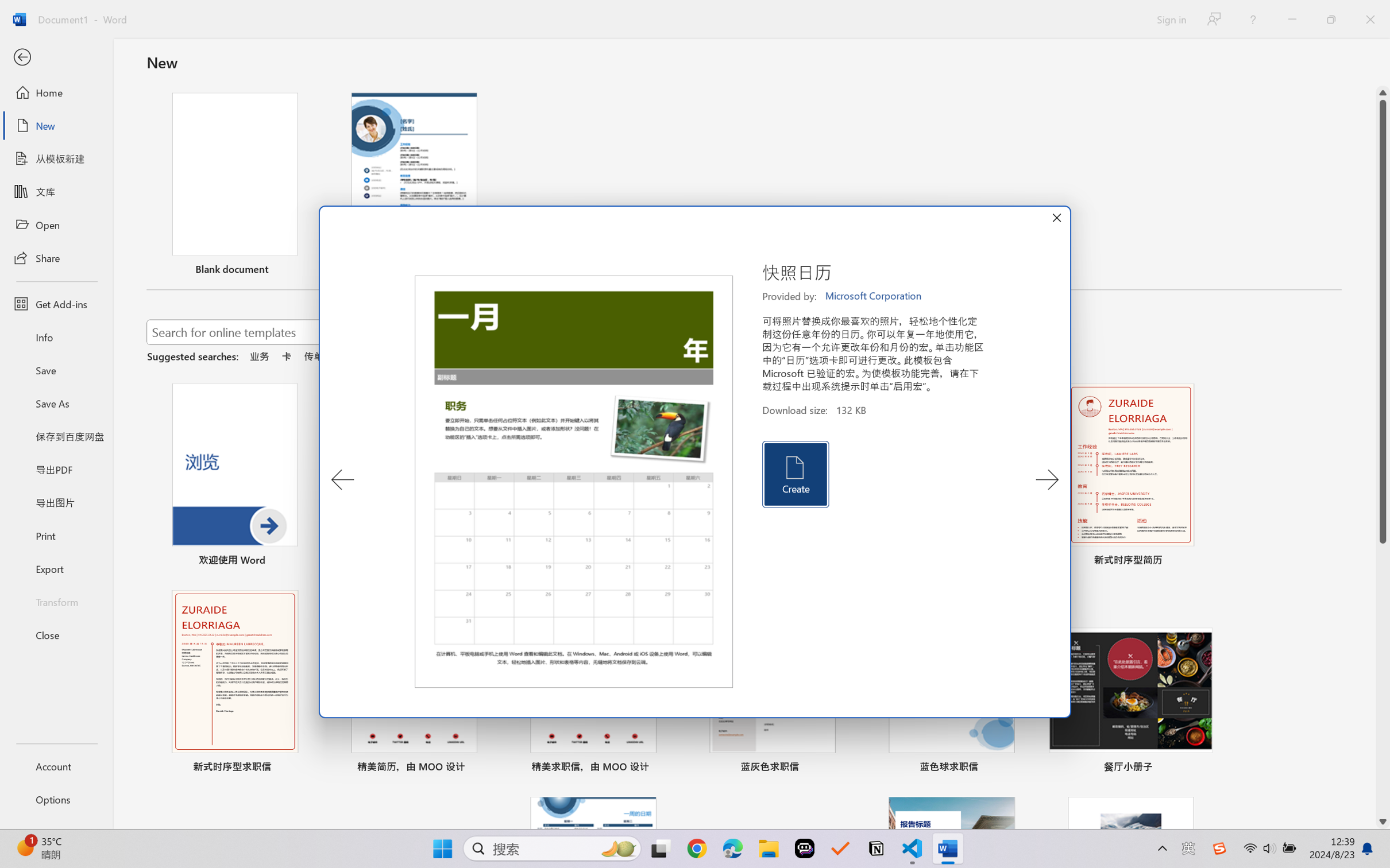  Describe the element at coordinates (56, 125) in the screenshot. I see `'New'` at that location.